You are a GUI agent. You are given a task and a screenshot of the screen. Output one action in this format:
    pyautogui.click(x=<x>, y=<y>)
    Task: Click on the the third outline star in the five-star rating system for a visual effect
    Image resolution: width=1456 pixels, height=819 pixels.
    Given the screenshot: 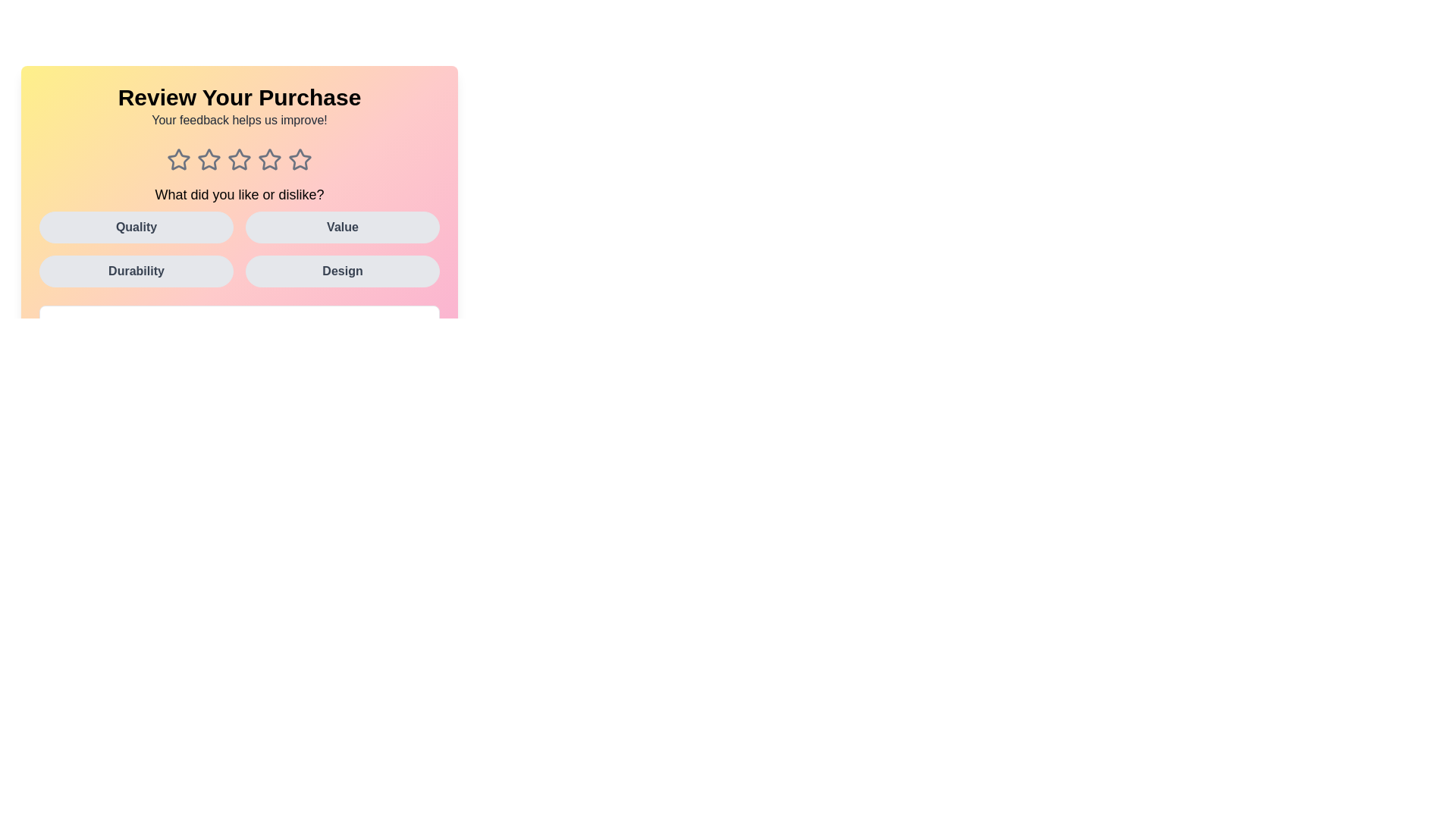 What is the action you would take?
    pyautogui.click(x=239, y=160)
    